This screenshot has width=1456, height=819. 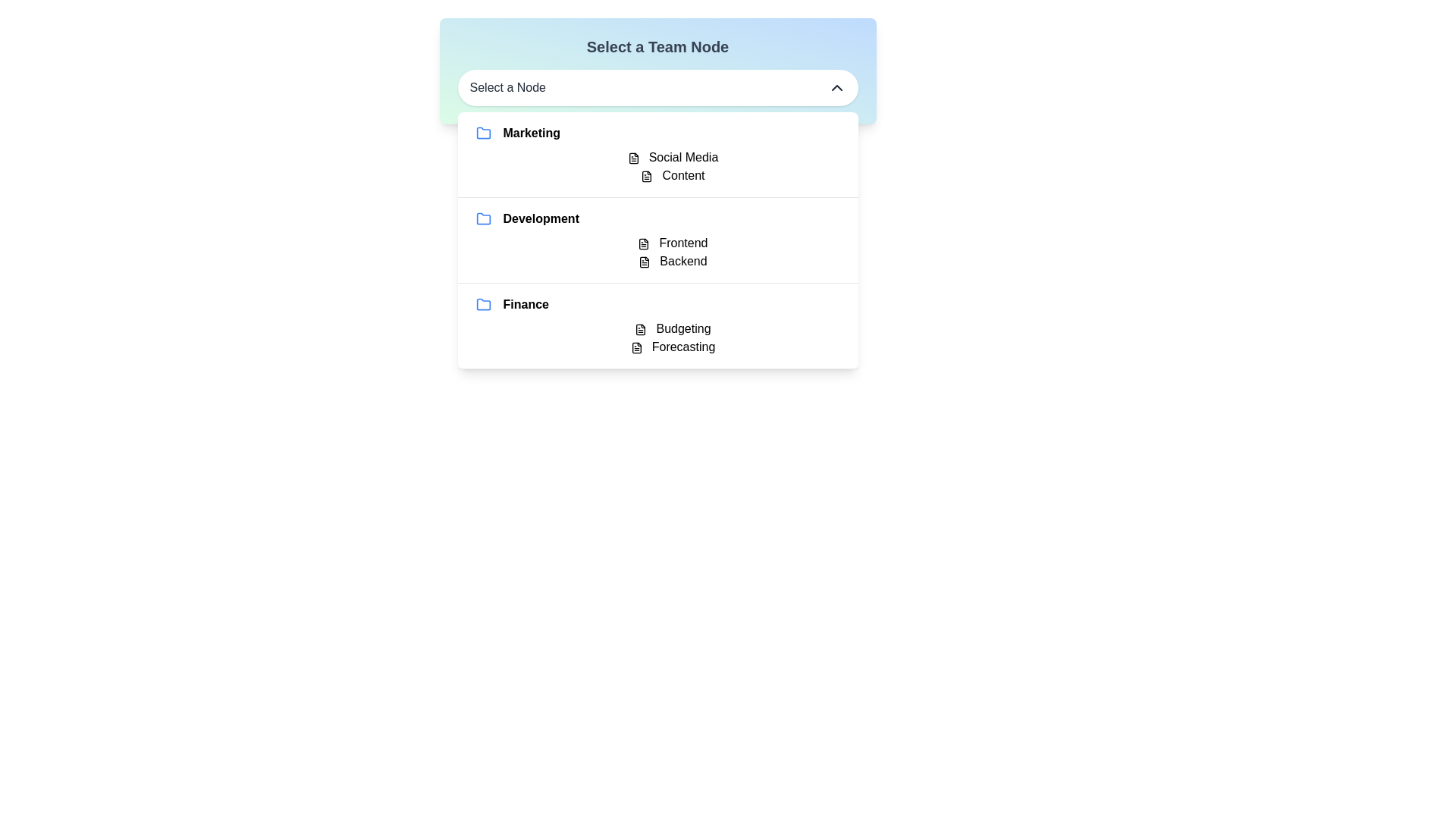 I want to click on the 'Social MediaContent' text label located, so click(x=657, y=166).